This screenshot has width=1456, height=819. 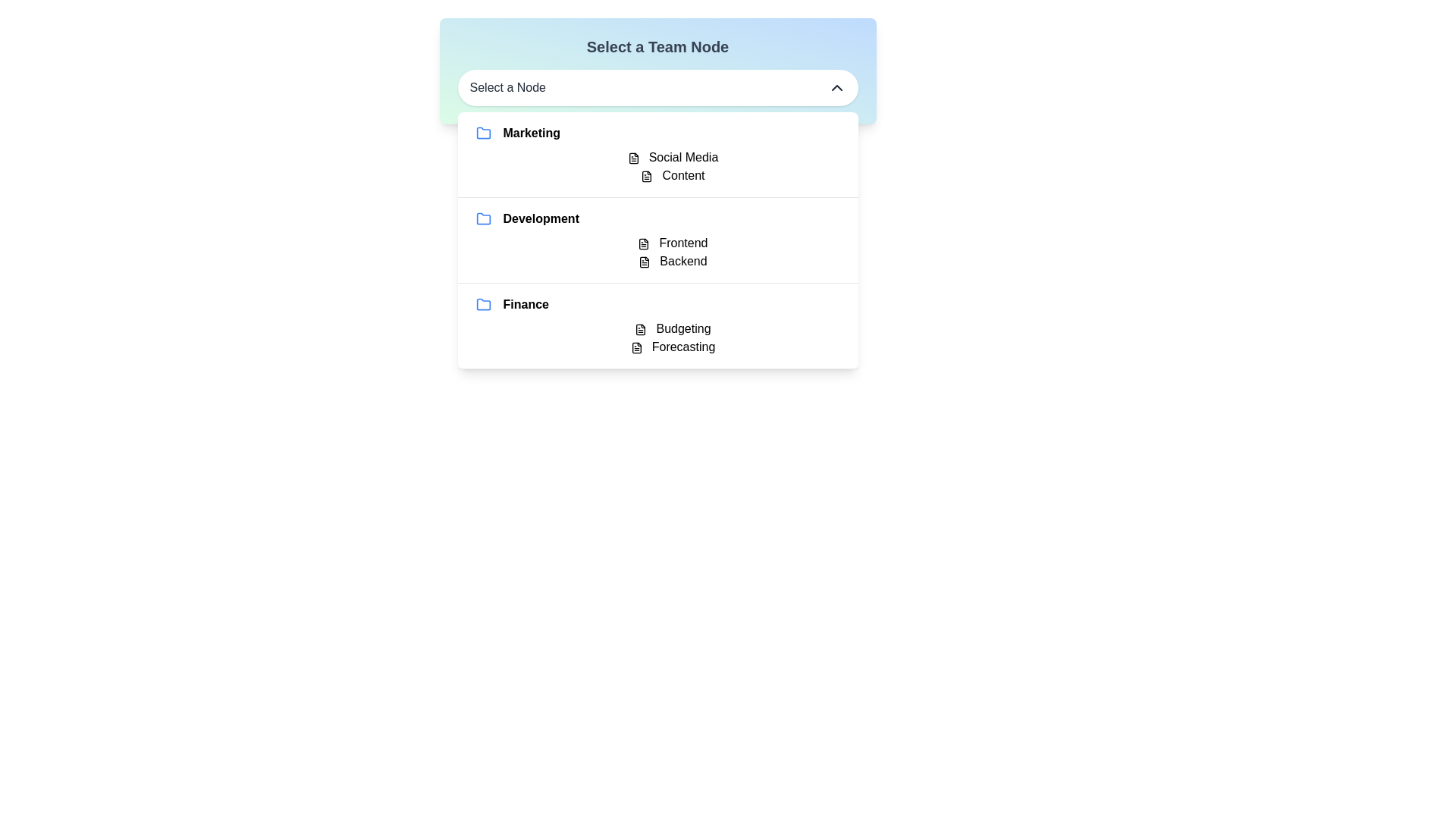 I want to click on the 'Social MediaContent' text label located, so click(x=657, y=166).